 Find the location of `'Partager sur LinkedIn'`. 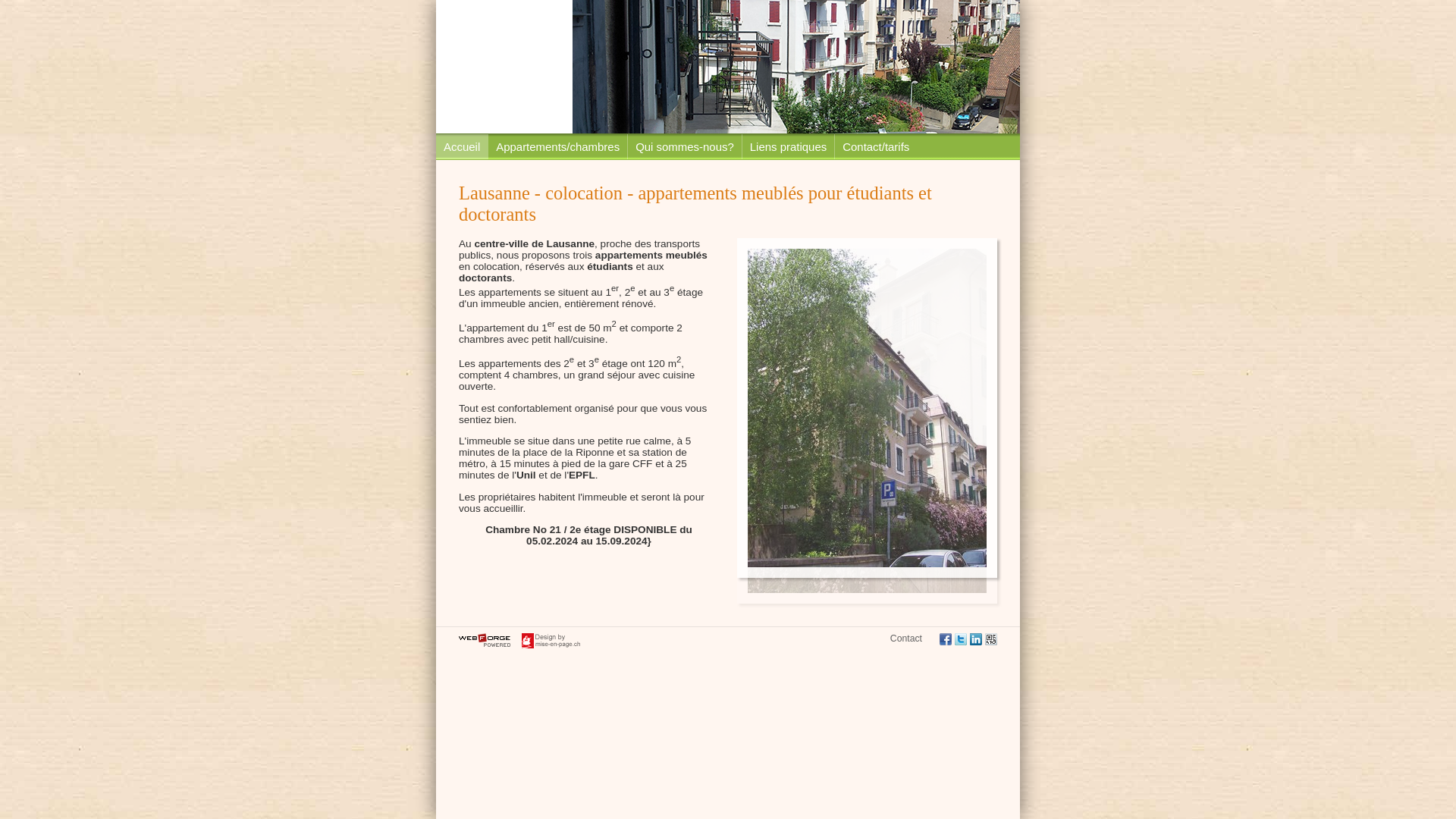

'Partager sur LinkedIn' is located at coordinates (975, 640).